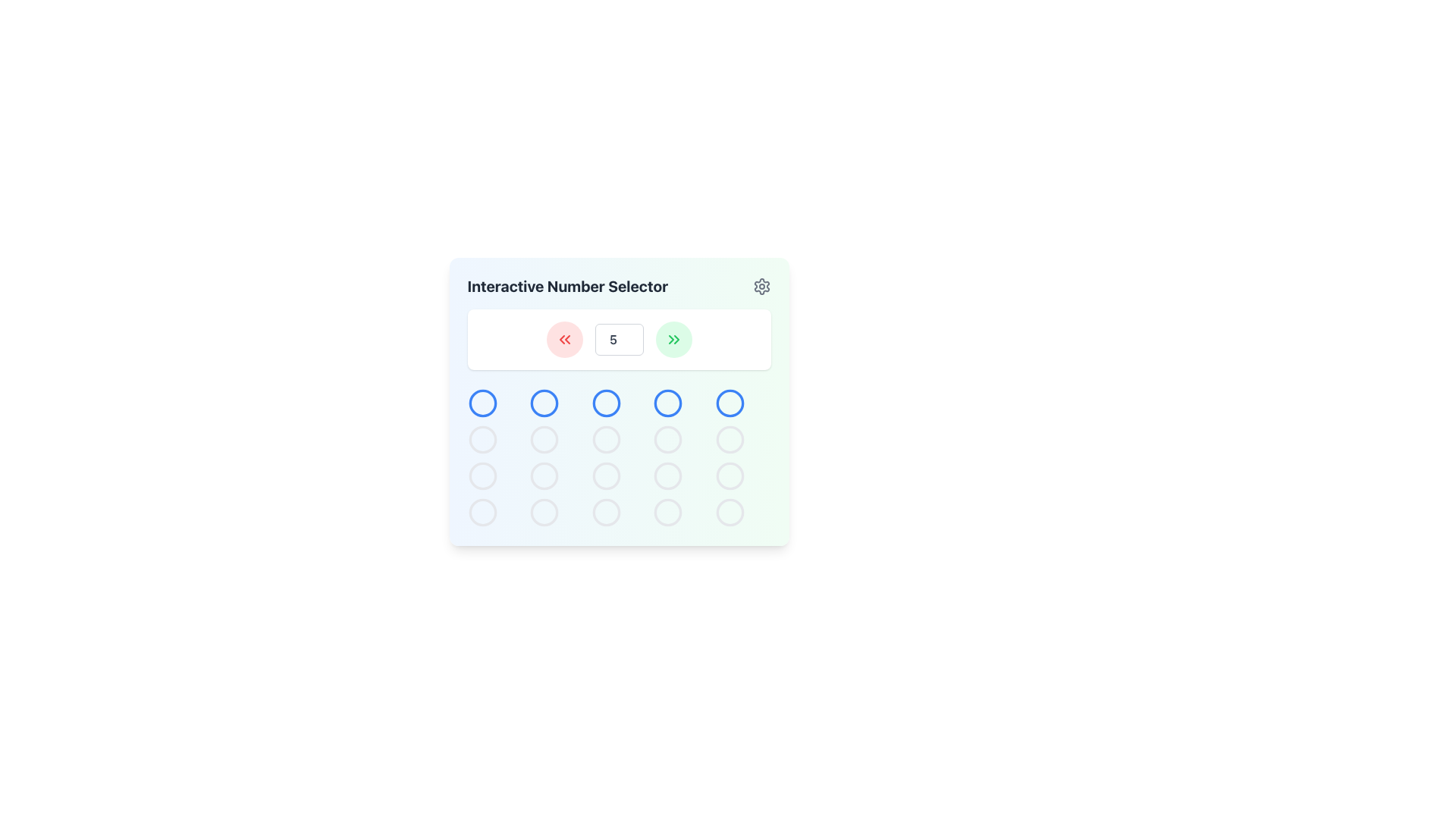 The width and height of the screenshot is (1456, 819). I want to click on the SVG Circle Element with a blue outline located in the last column of the third row within the grid of circles under the 'Interactive Number Selector' title, so click(730, 403).